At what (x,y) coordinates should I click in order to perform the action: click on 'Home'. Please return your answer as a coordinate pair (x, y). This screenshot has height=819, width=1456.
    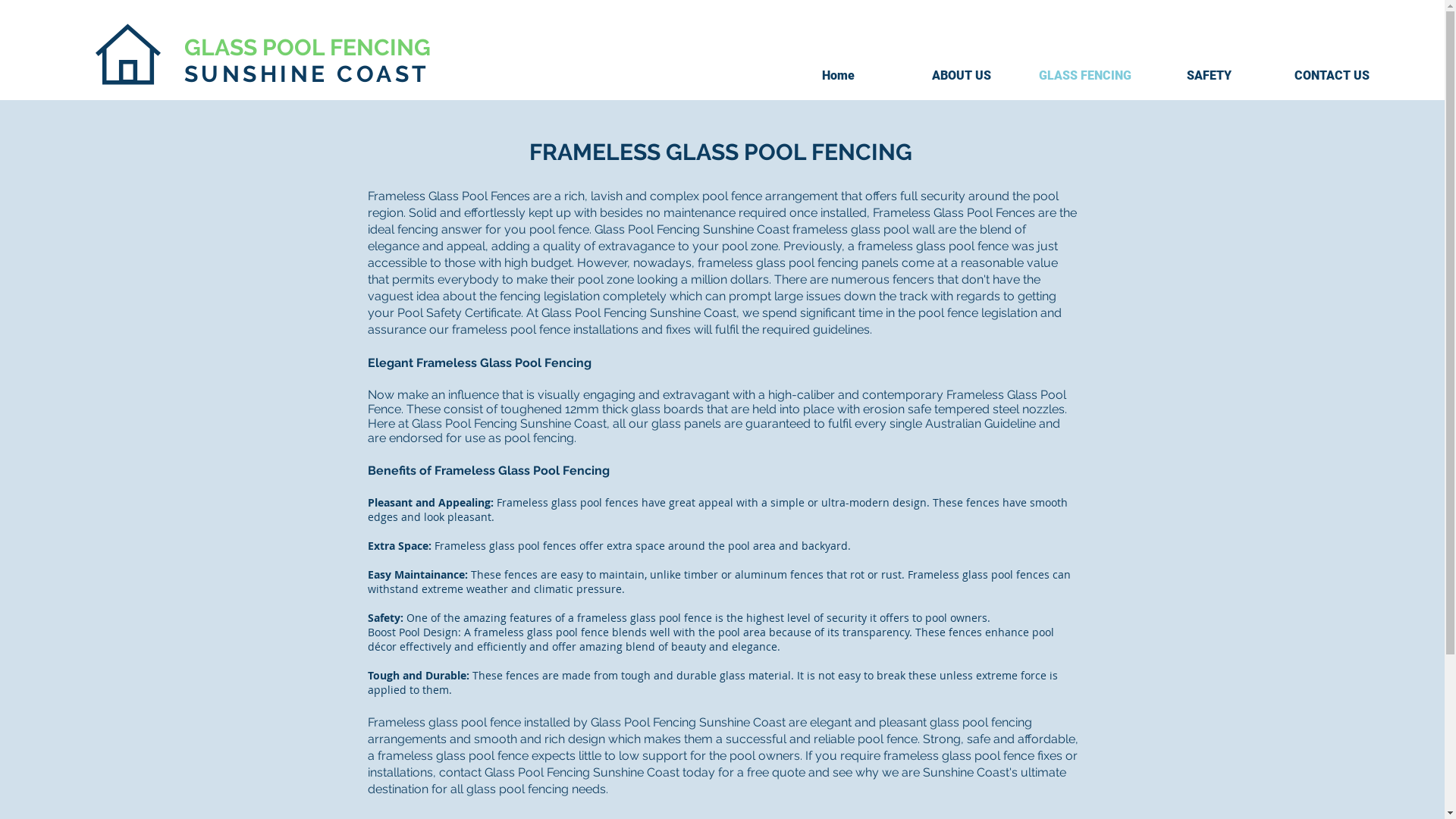
    Looking at the image, I should click on (837, 76).